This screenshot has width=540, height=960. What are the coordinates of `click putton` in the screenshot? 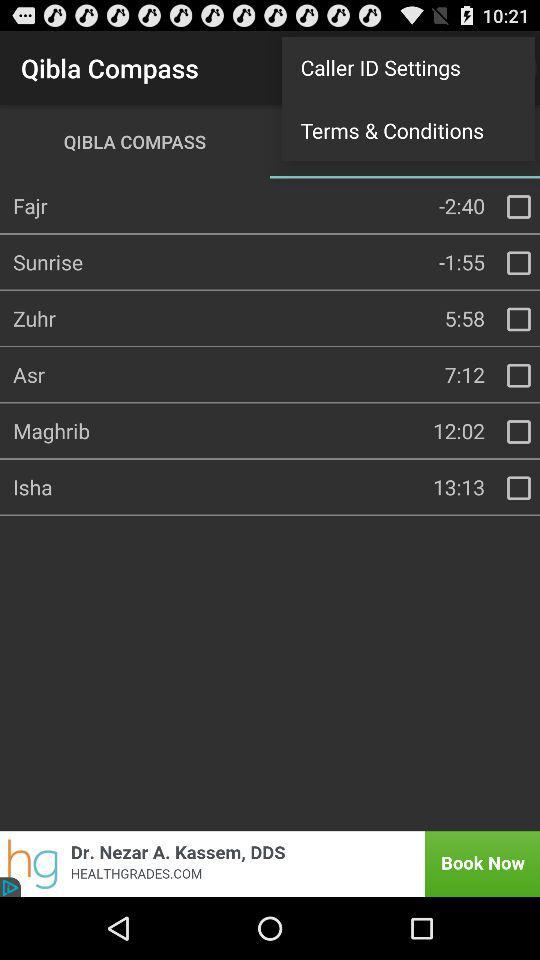 It's located at (518, 487).